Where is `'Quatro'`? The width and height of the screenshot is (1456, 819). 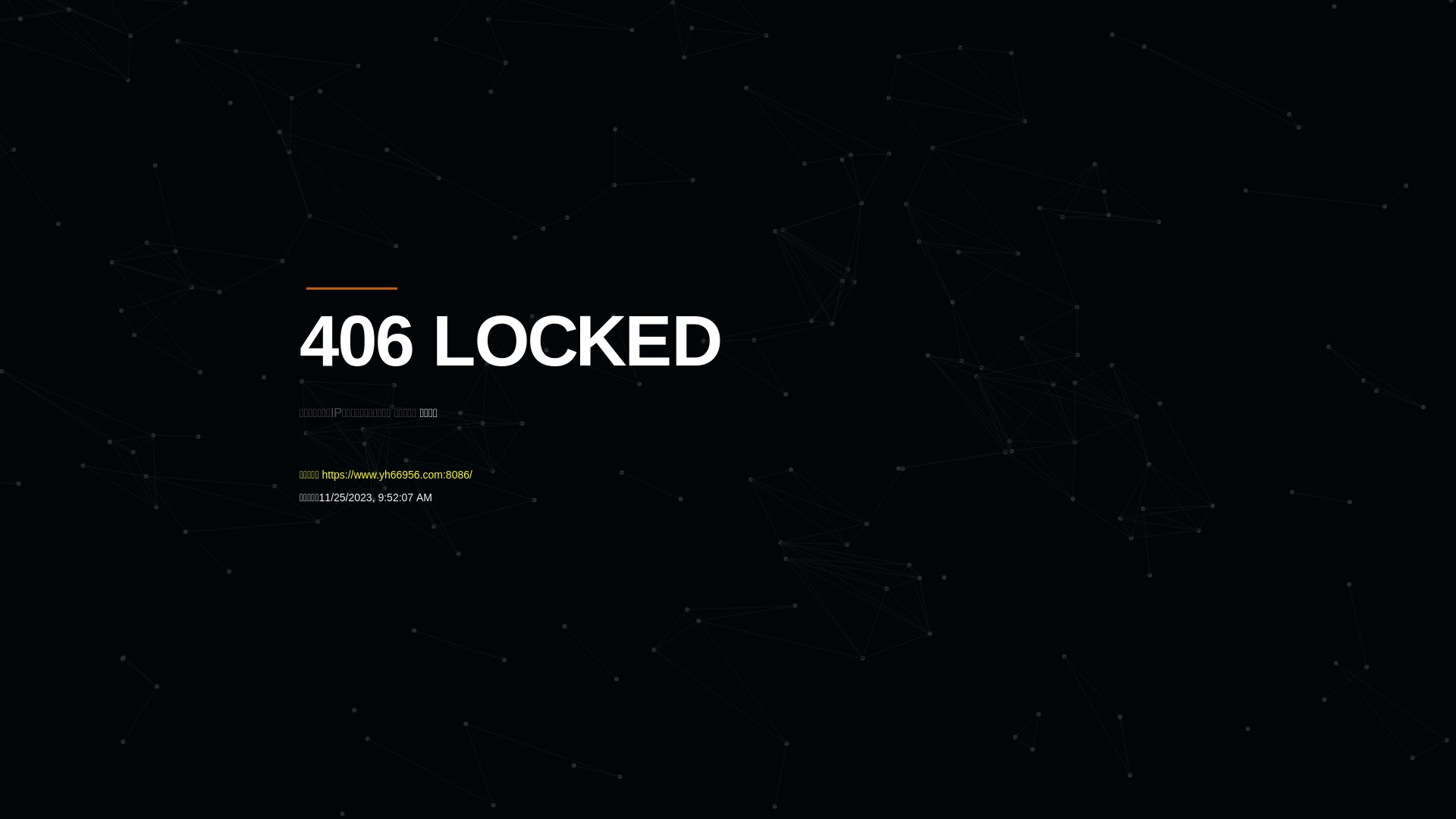
'Quatro' is located at coordinates (411, 86).